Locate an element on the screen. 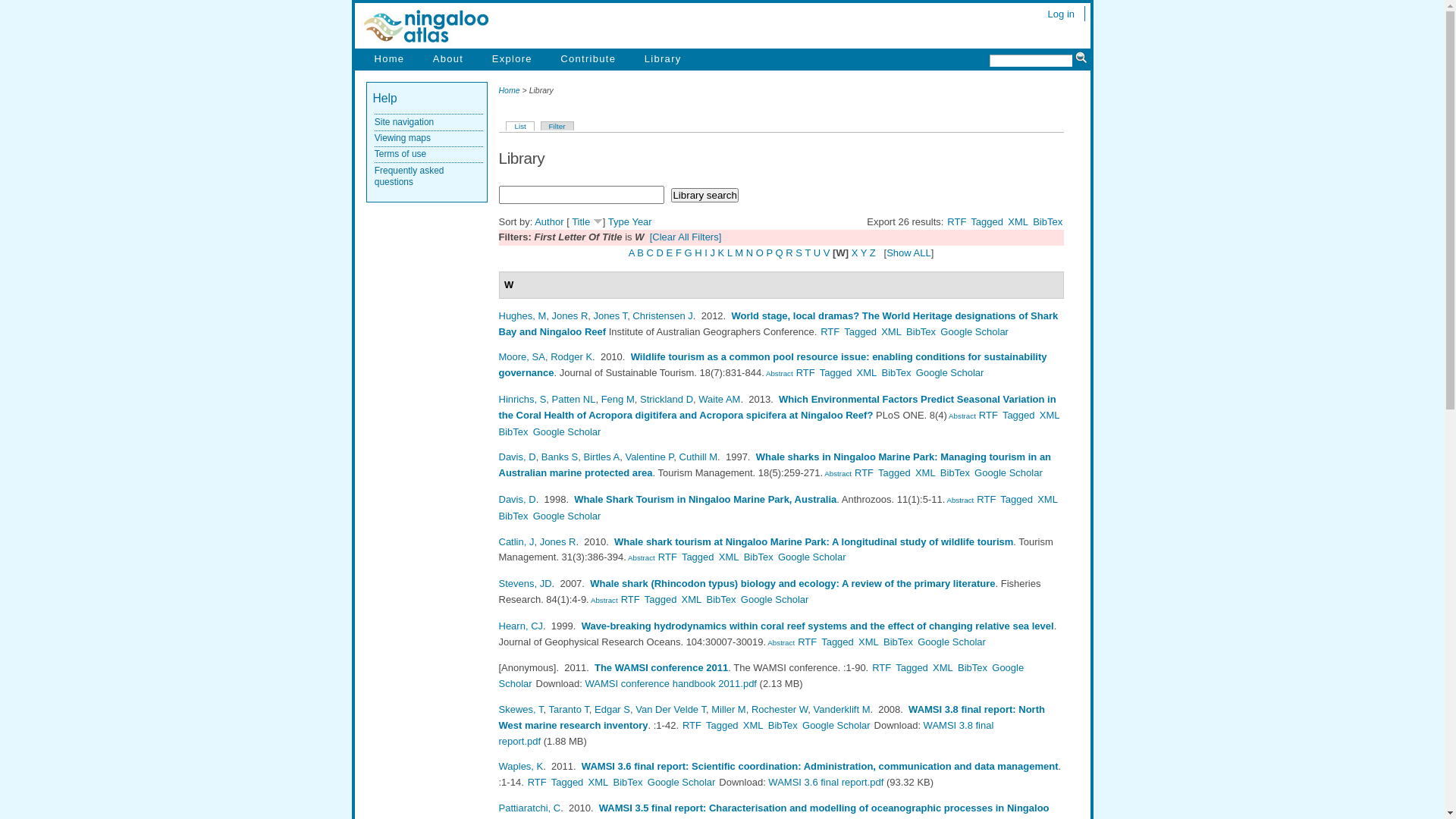  'Cuthill M' is located at coordinates (698, 456).